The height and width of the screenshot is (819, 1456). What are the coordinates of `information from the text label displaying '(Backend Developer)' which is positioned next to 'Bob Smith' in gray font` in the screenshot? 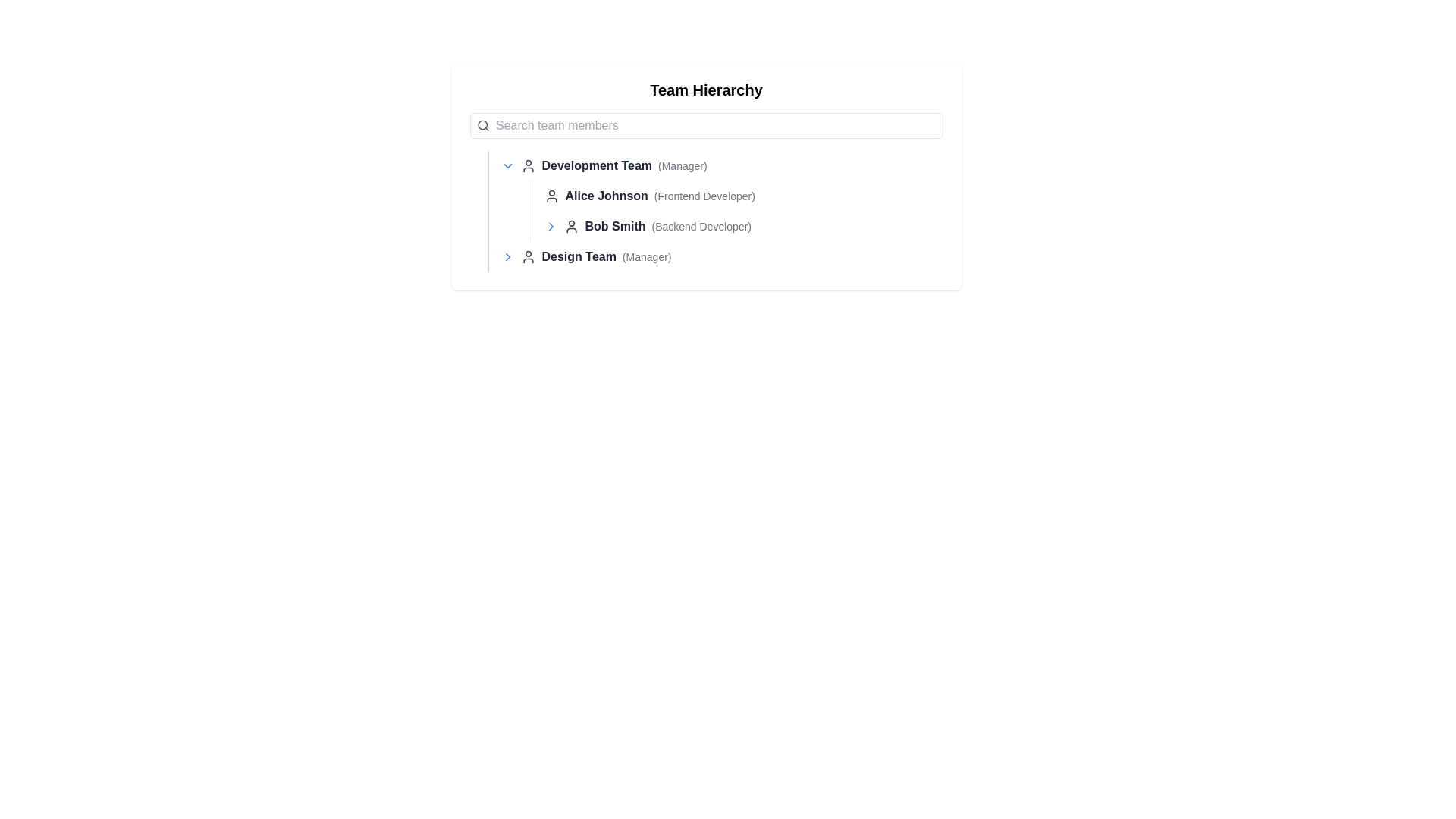 It's located at (701, 227).